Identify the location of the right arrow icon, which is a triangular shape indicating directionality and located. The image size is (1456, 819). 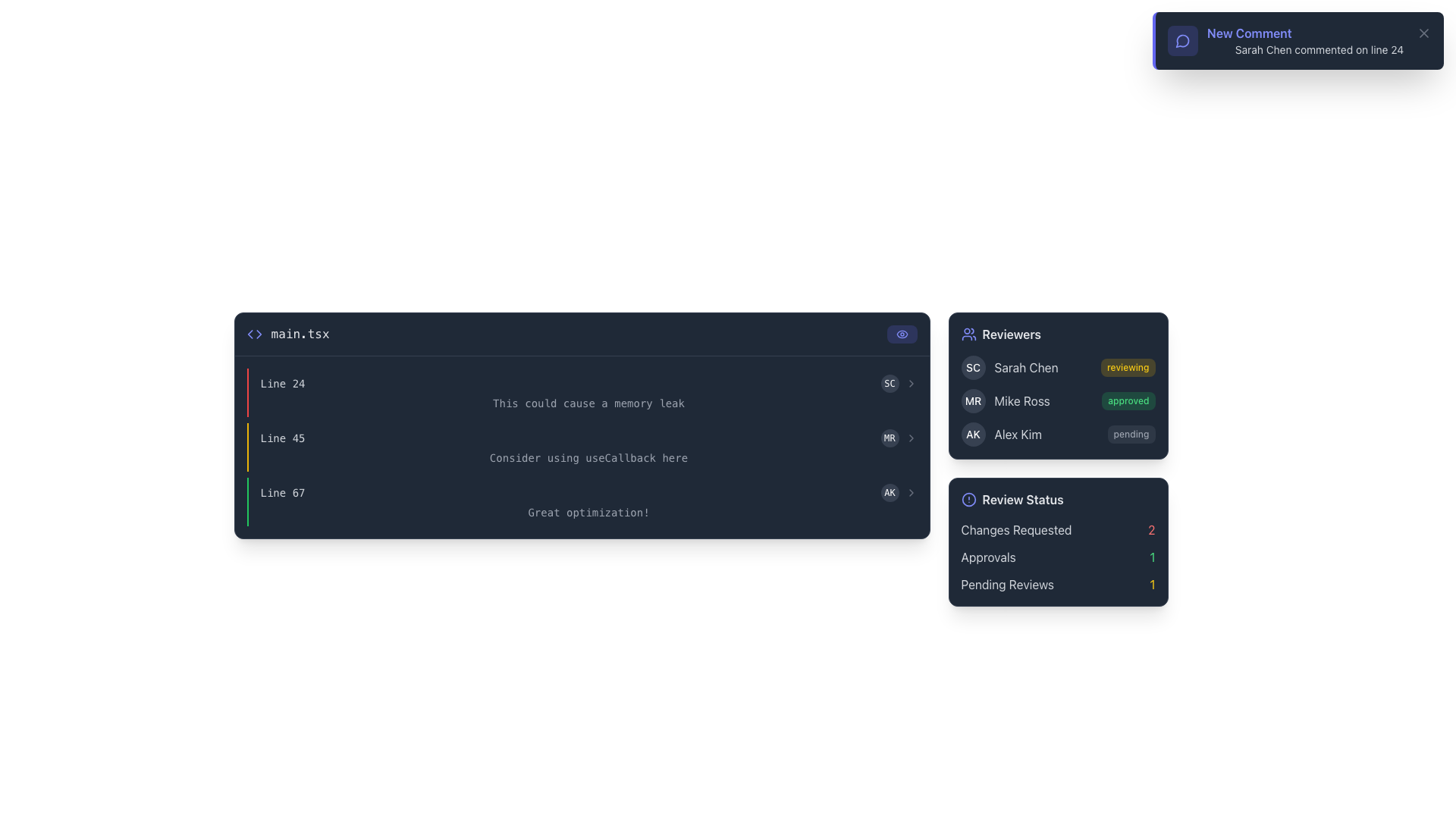
(259, 333).